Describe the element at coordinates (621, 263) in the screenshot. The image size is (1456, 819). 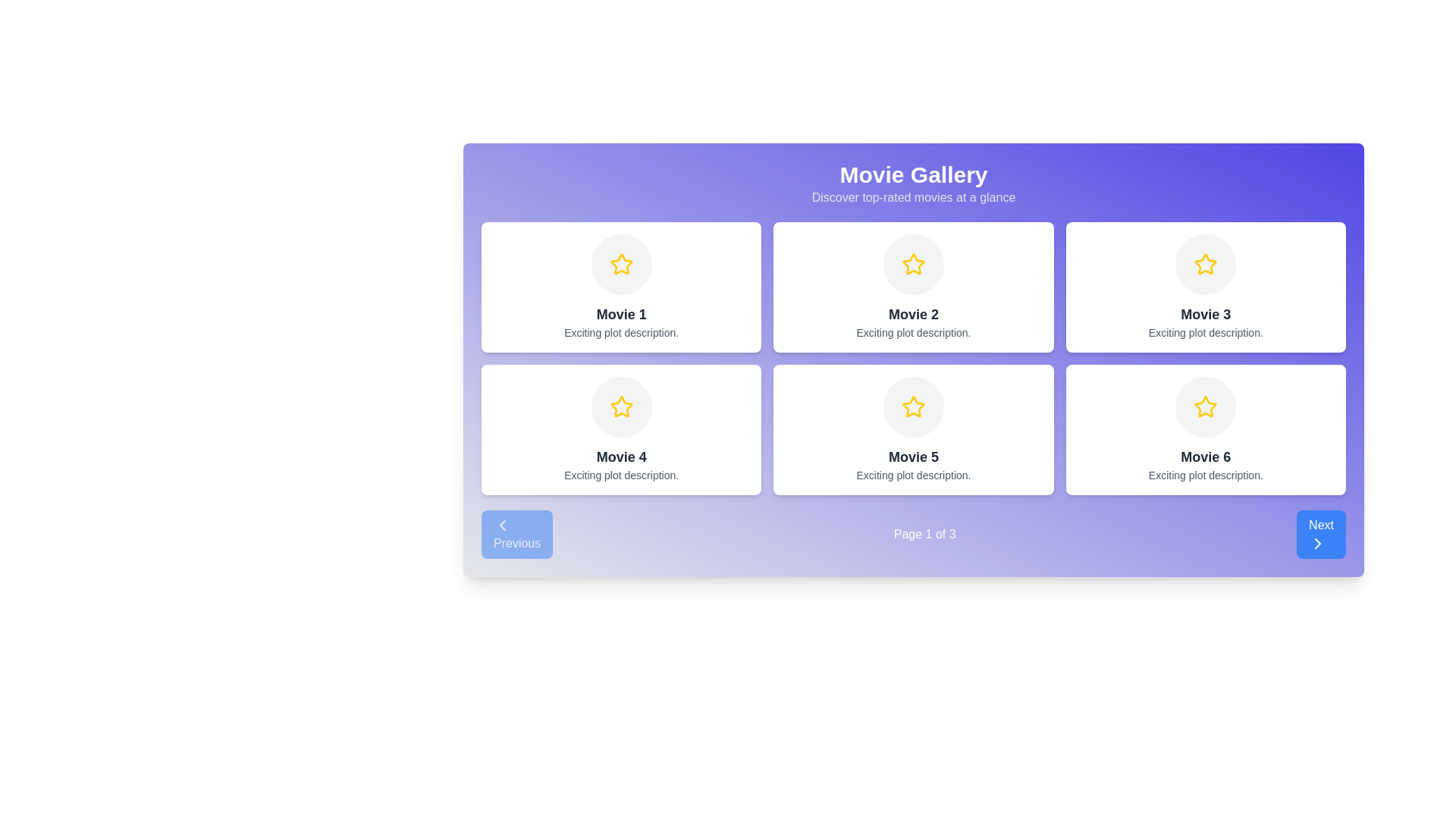
I see `the icon representing actions or ratings for the 'Movie 1' card, which is positioned at the top center of the card` at that location.